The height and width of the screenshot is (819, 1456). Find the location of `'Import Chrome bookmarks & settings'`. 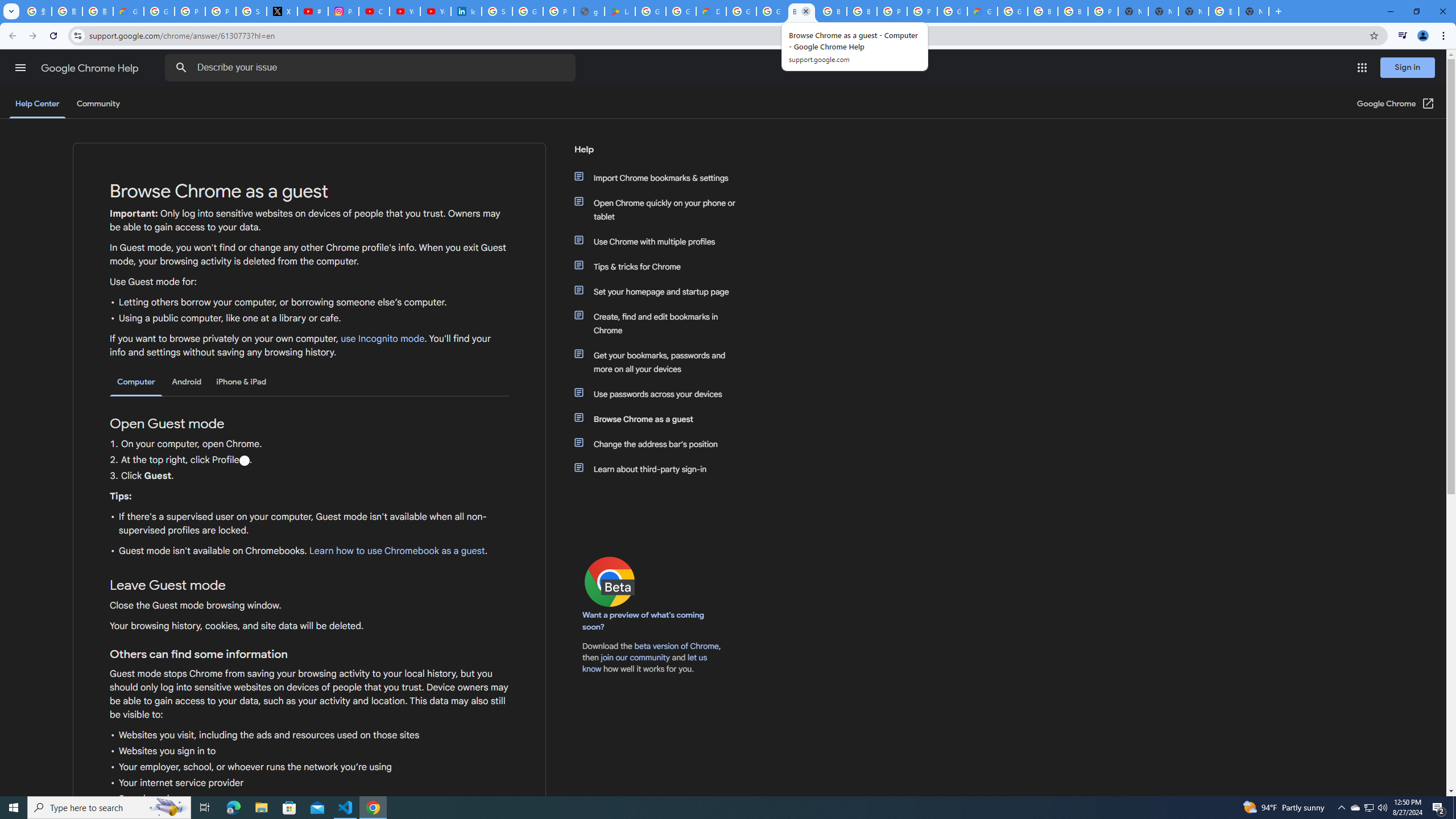

'Import Chrome bookmarks & settings' is located at coordinates (661, 178).